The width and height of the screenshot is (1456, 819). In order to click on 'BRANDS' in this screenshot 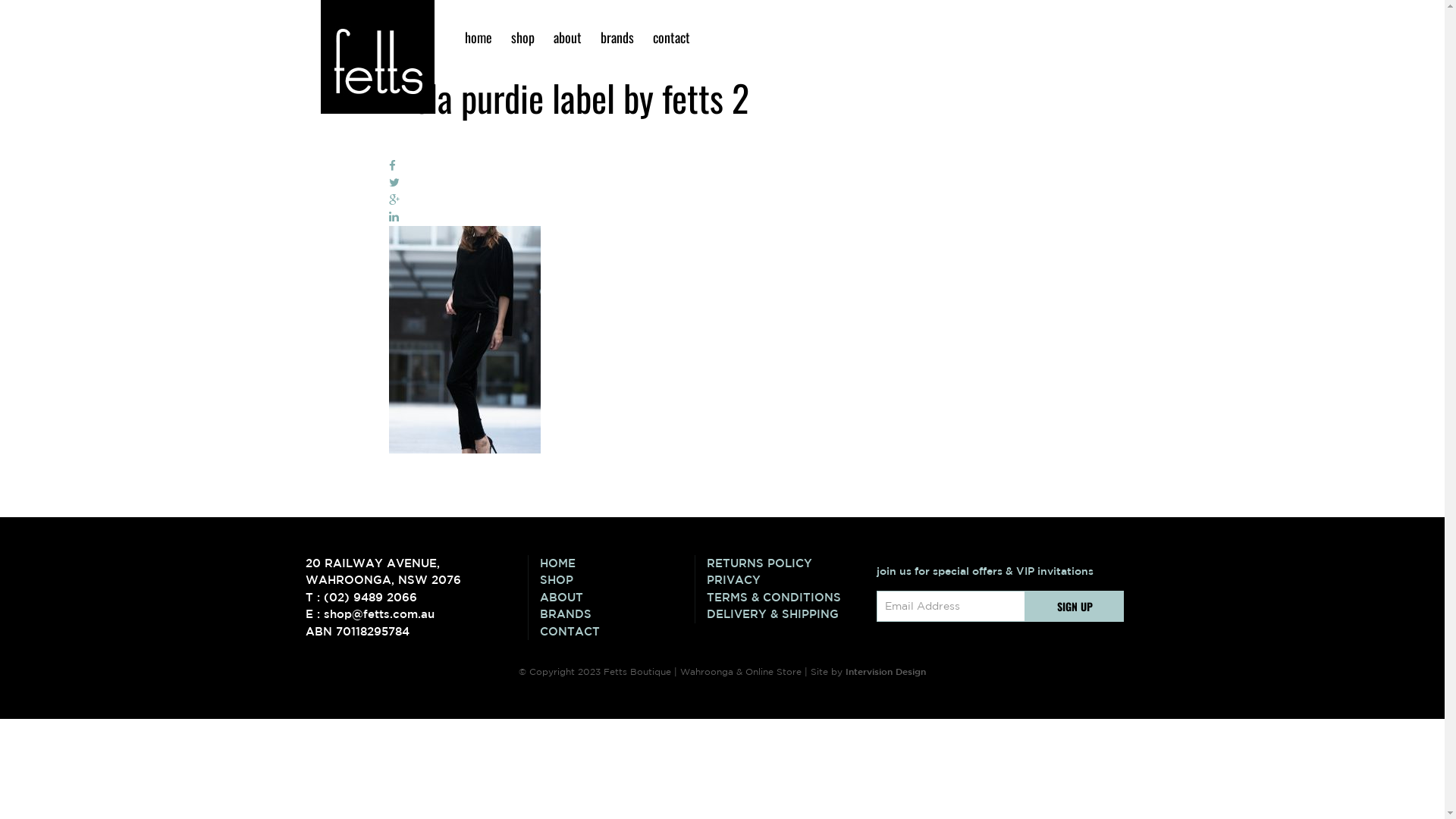, I will do `click(539, 614)`.